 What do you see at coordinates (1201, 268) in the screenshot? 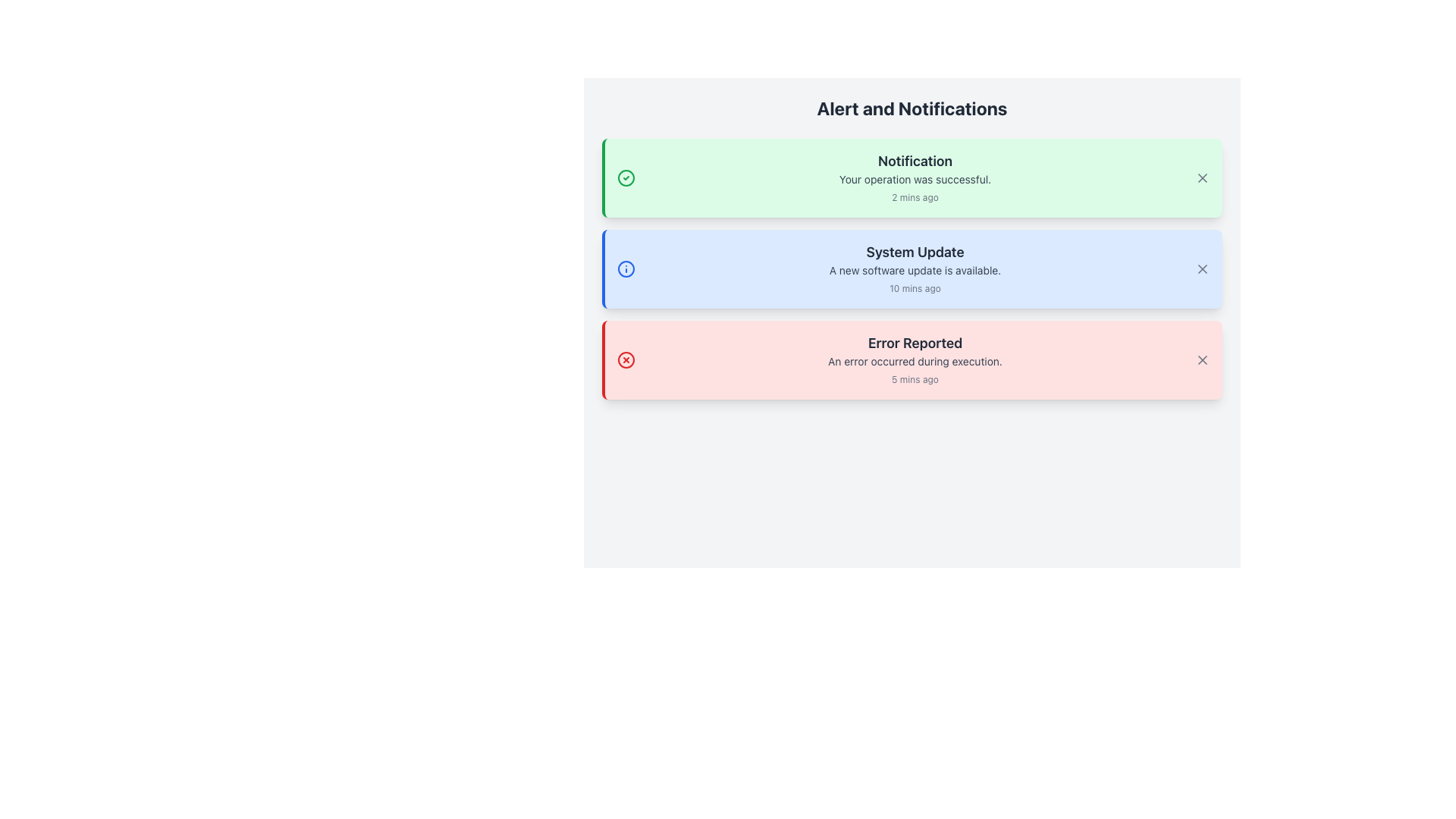
I see `the close button represented by a small SVG icon featuring an 'X' shape, located at the rightmost edge of the 'System Update' notification bar` at bounding box center [1201, 268].